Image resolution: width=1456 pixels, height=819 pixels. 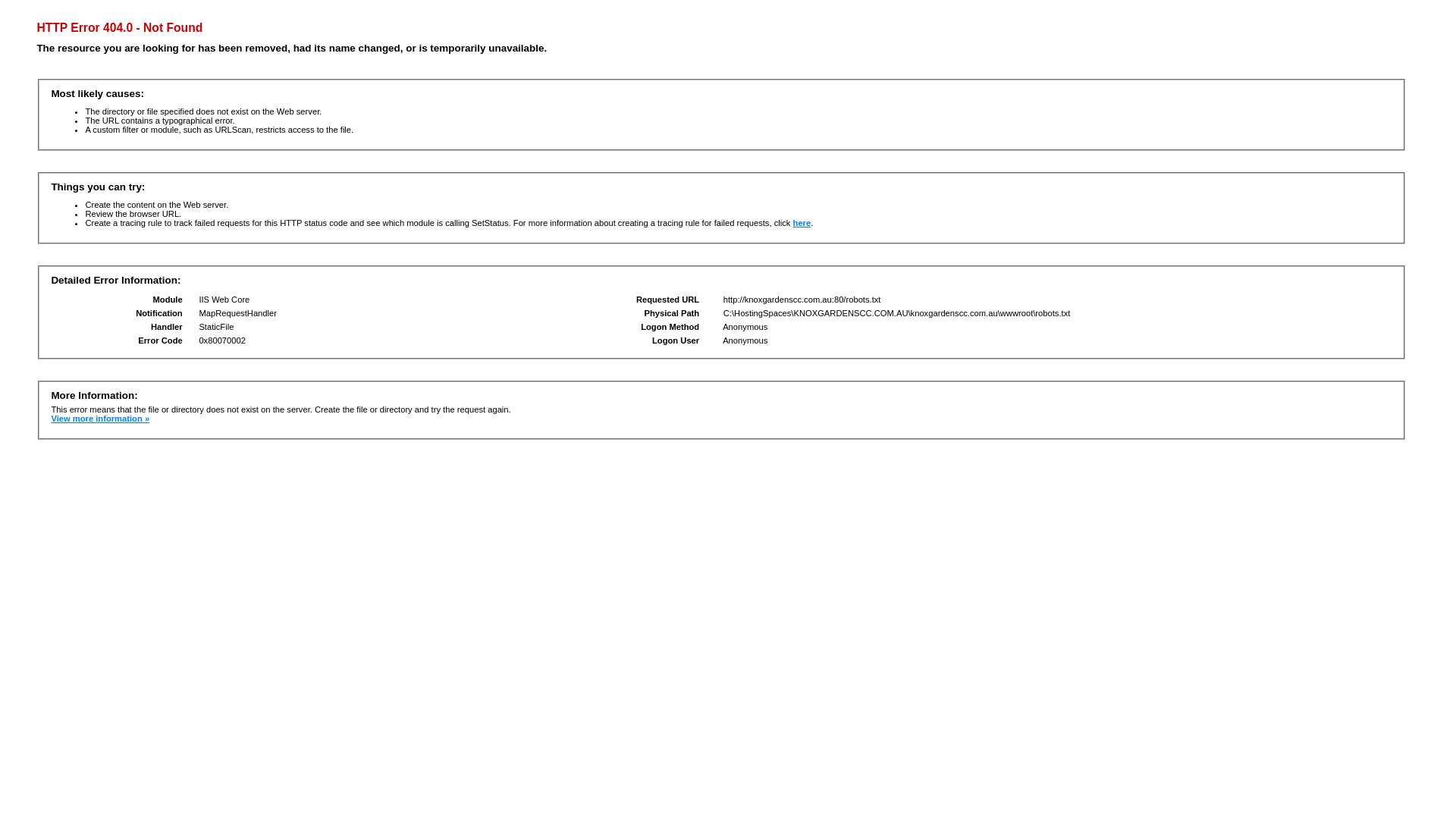 I want to click on 'here', so click(x=801, y=222).